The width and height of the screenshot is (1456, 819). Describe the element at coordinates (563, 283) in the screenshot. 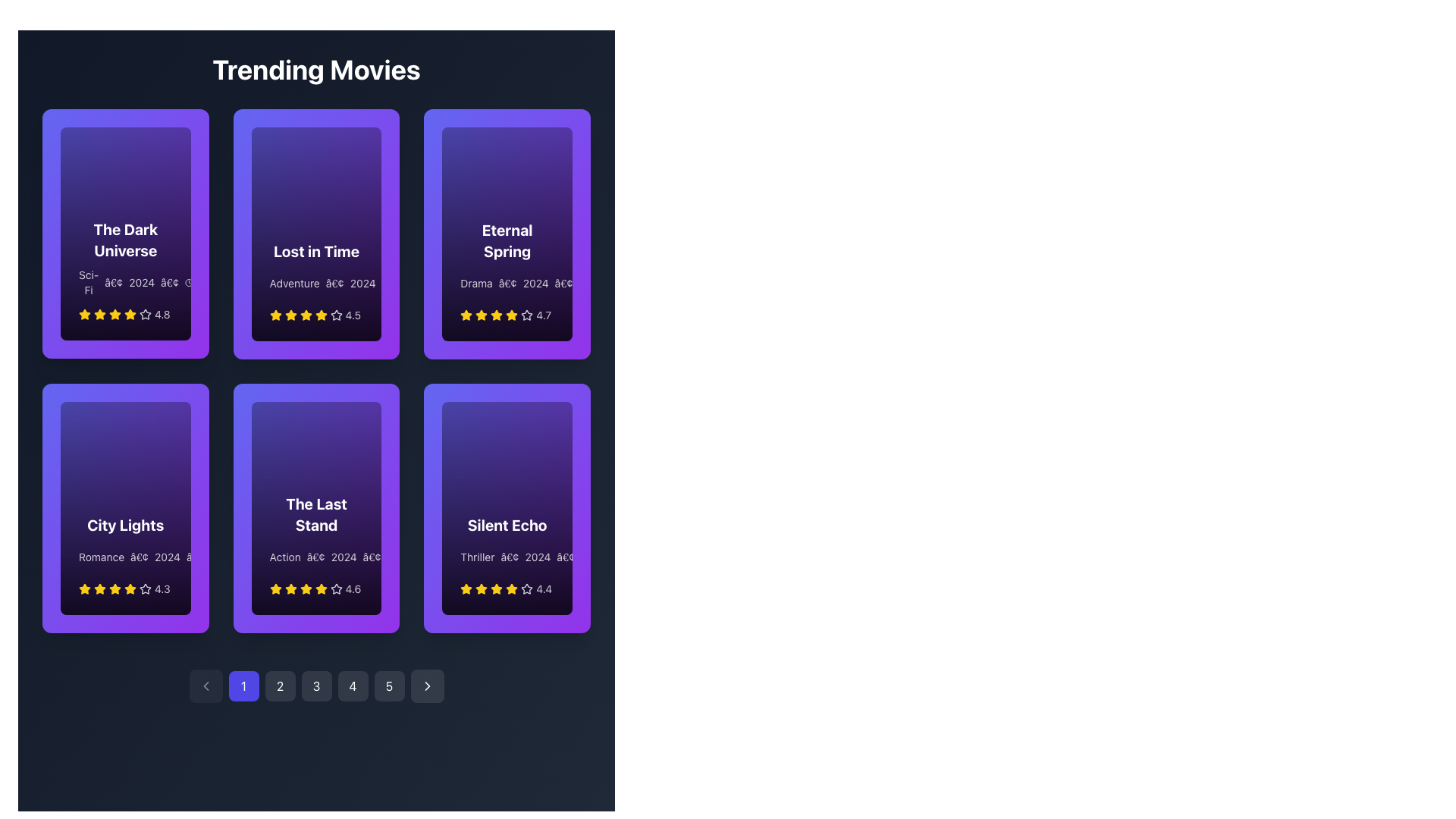

I see `the textual bullet character located between '2024' and '2h 05m' under the 'Eternal Spring' movie card in the third column of the grid layout` at that location.